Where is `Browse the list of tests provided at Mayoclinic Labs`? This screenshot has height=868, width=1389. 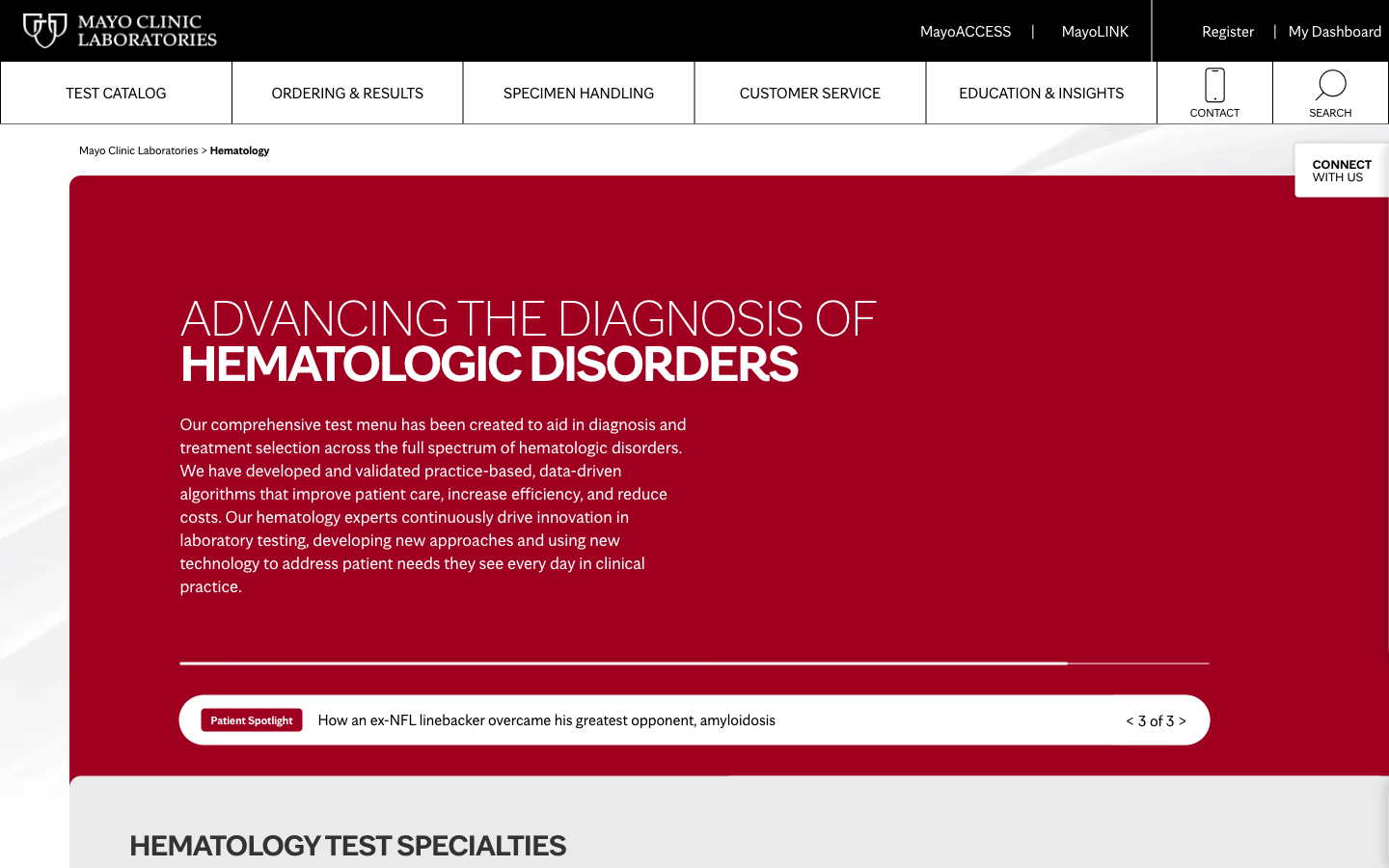 Browse the list of tests provided at Mayoclinic Labs is located at coordinates (116, 92).